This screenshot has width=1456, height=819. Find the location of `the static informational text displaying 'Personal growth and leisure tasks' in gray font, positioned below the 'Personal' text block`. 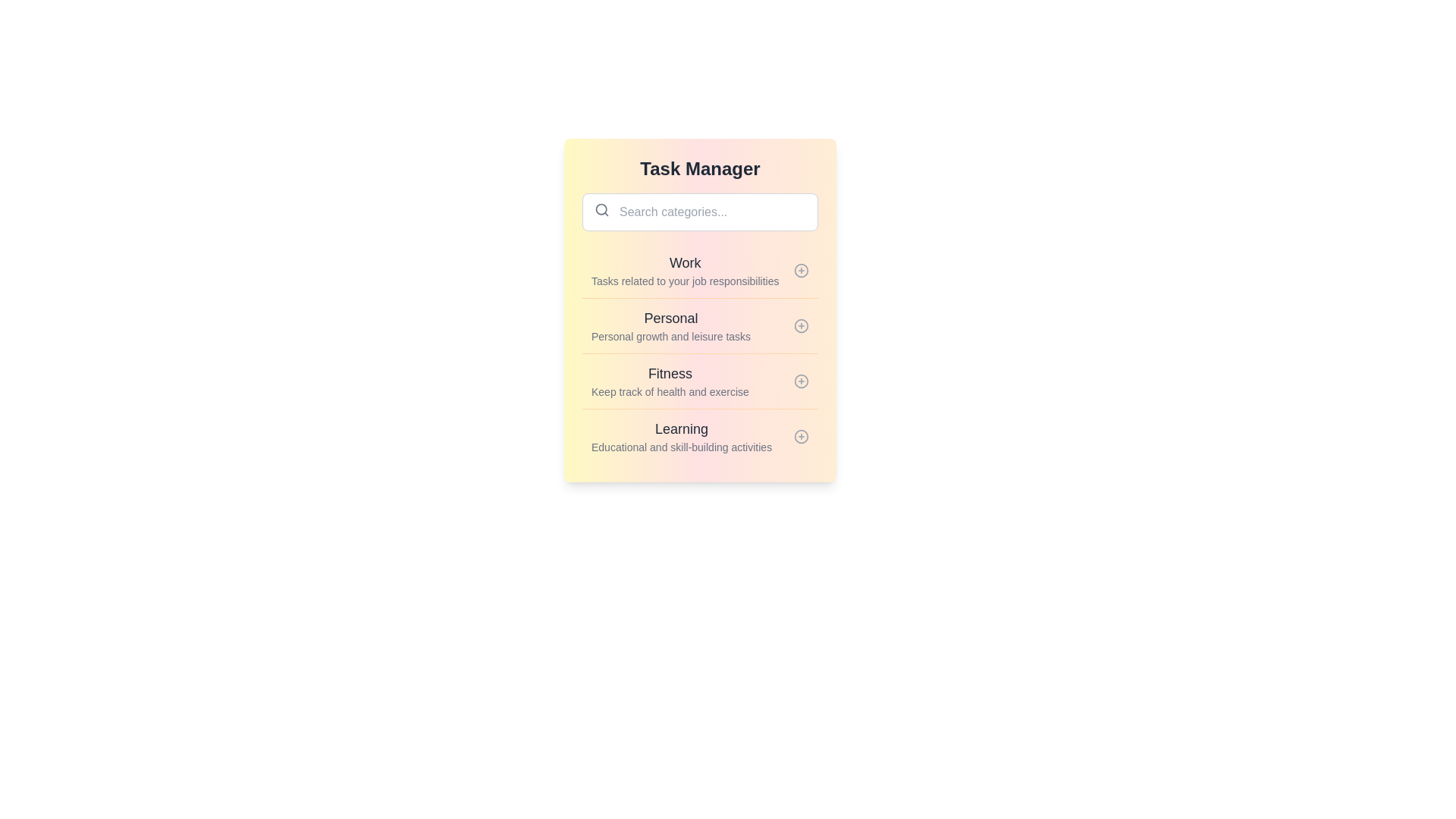

the static informational text displaying 'Personal growth and leisure tasks' in gray font, positioned below the 'Personal' text block is located at coordinates (670, 335).